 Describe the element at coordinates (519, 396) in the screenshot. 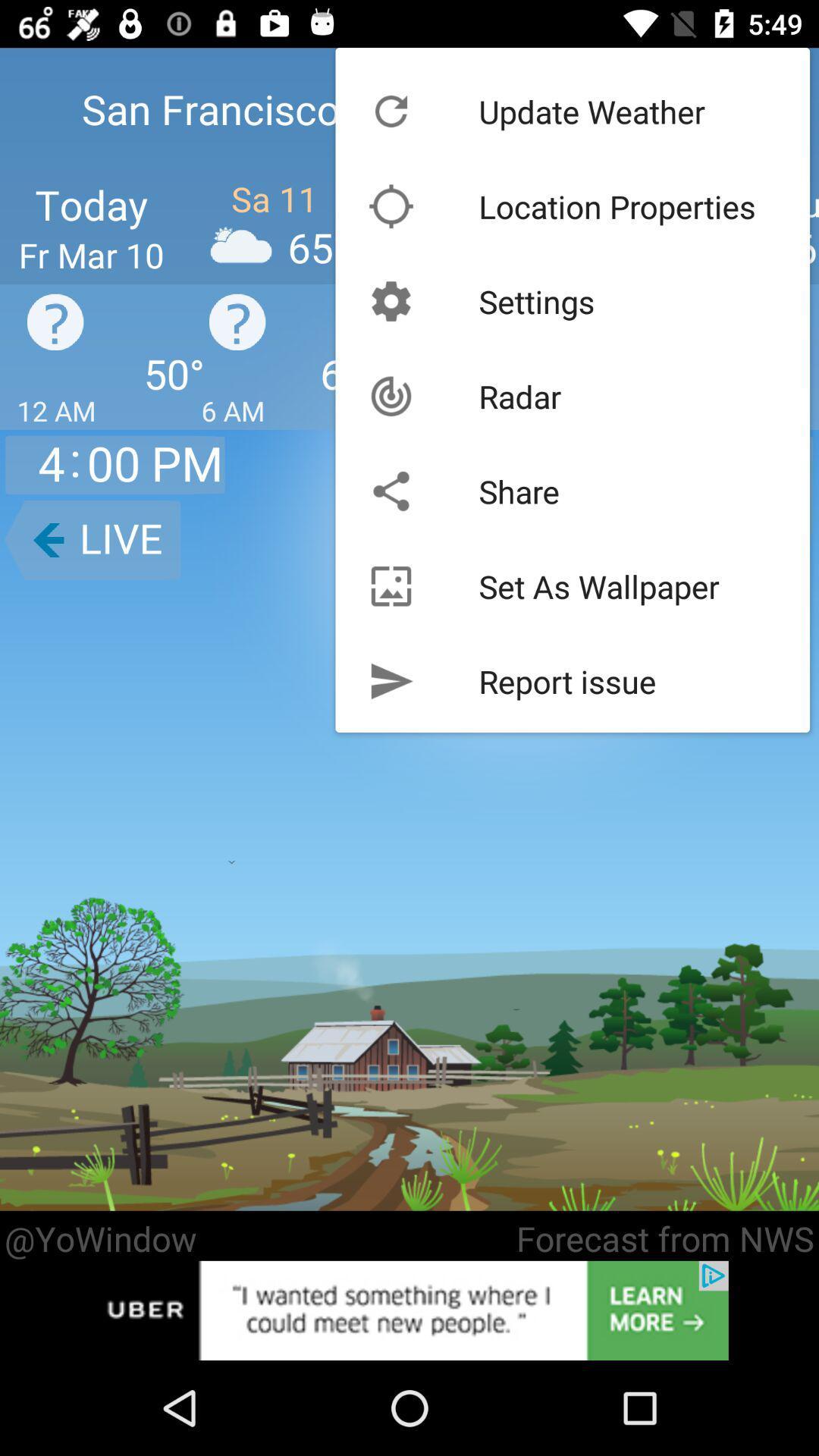

I see `radar` at that location.